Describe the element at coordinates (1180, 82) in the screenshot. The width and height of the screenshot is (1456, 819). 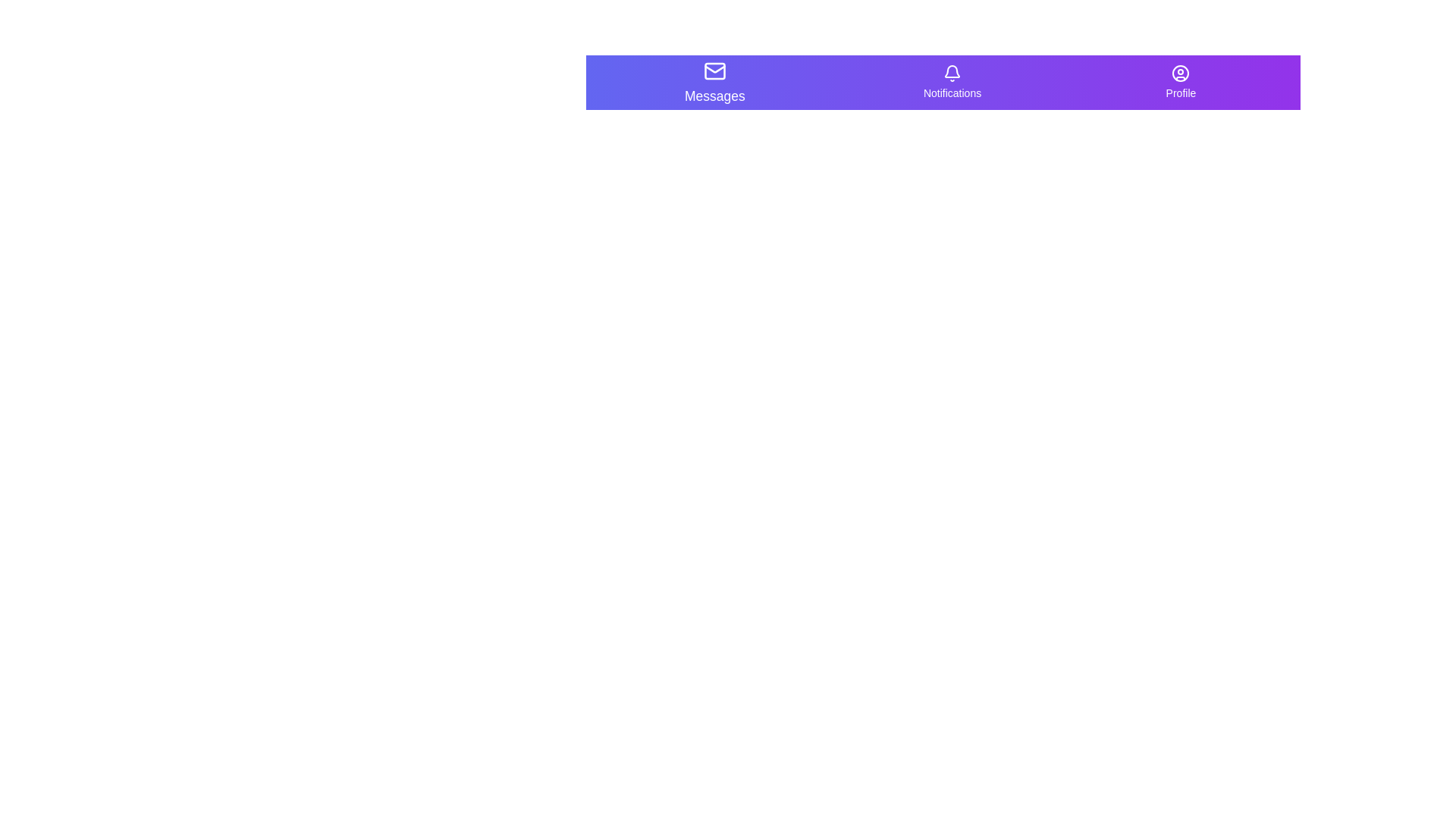
I see `the navigation item labeled Profile to select it` at that location.